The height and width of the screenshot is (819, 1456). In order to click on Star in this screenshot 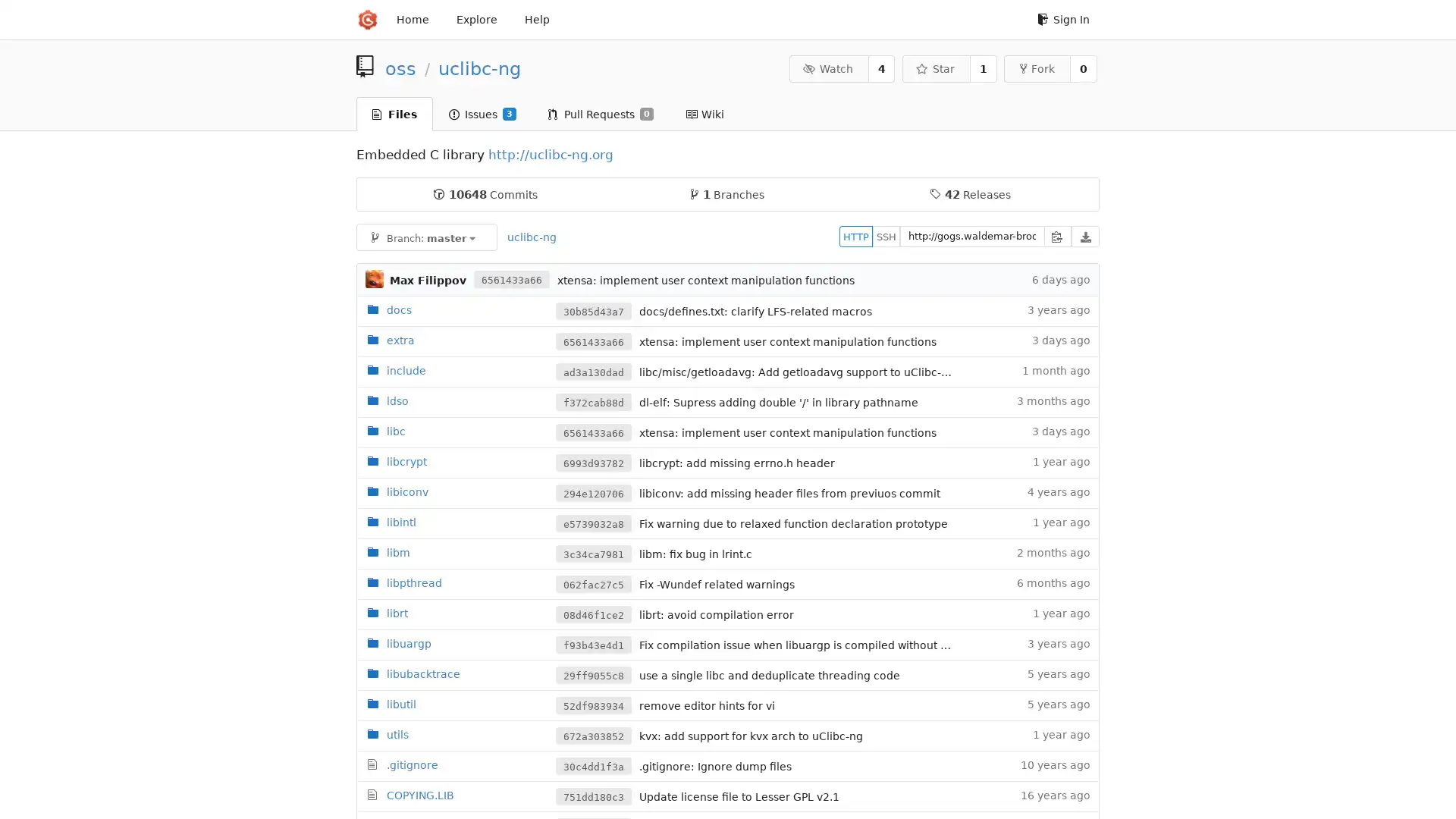, I will do `click(935, 69)`.